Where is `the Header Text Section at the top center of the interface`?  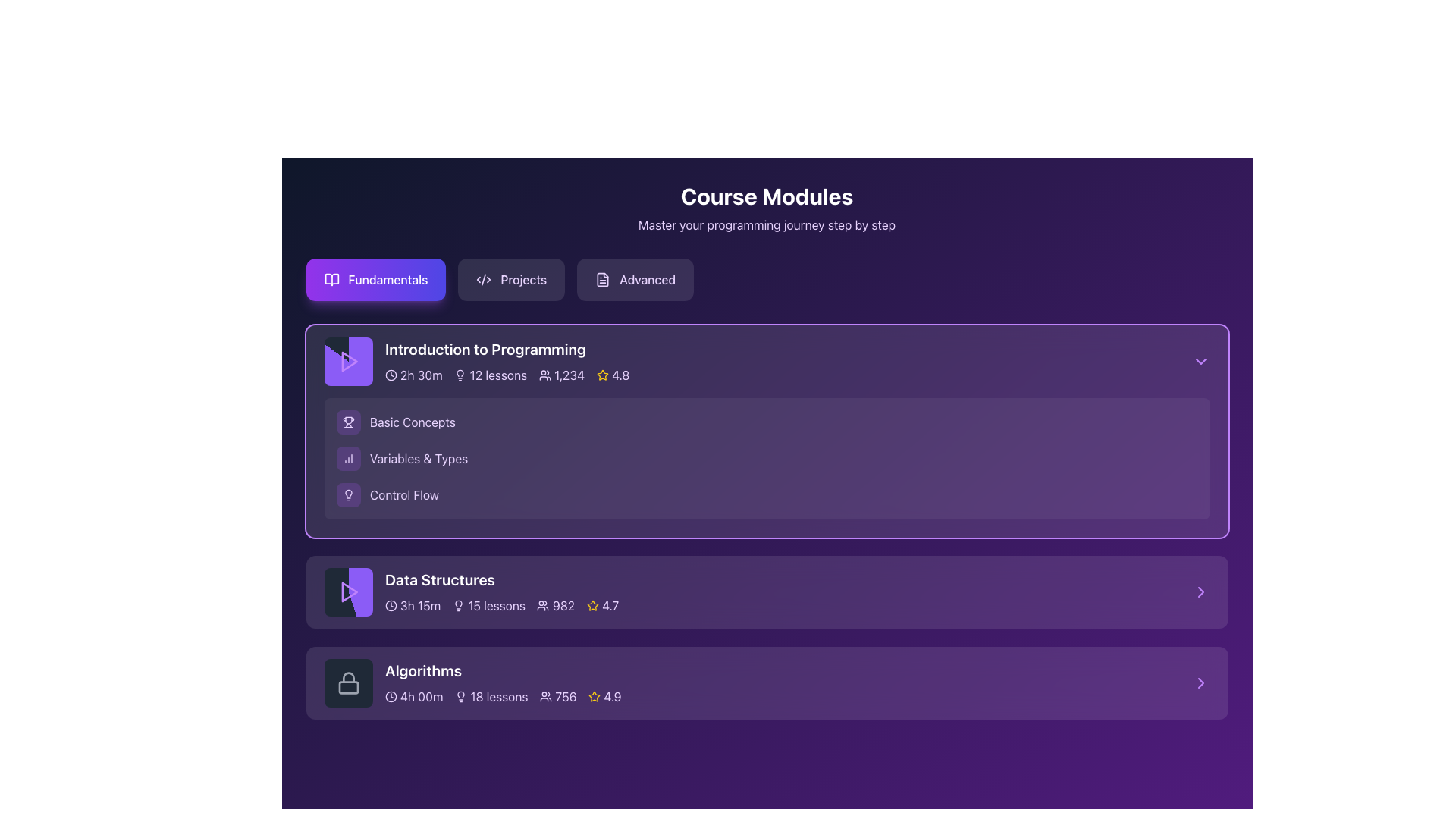 the Header Text Section at the top center of the interface is located at coordinates (767, 208).